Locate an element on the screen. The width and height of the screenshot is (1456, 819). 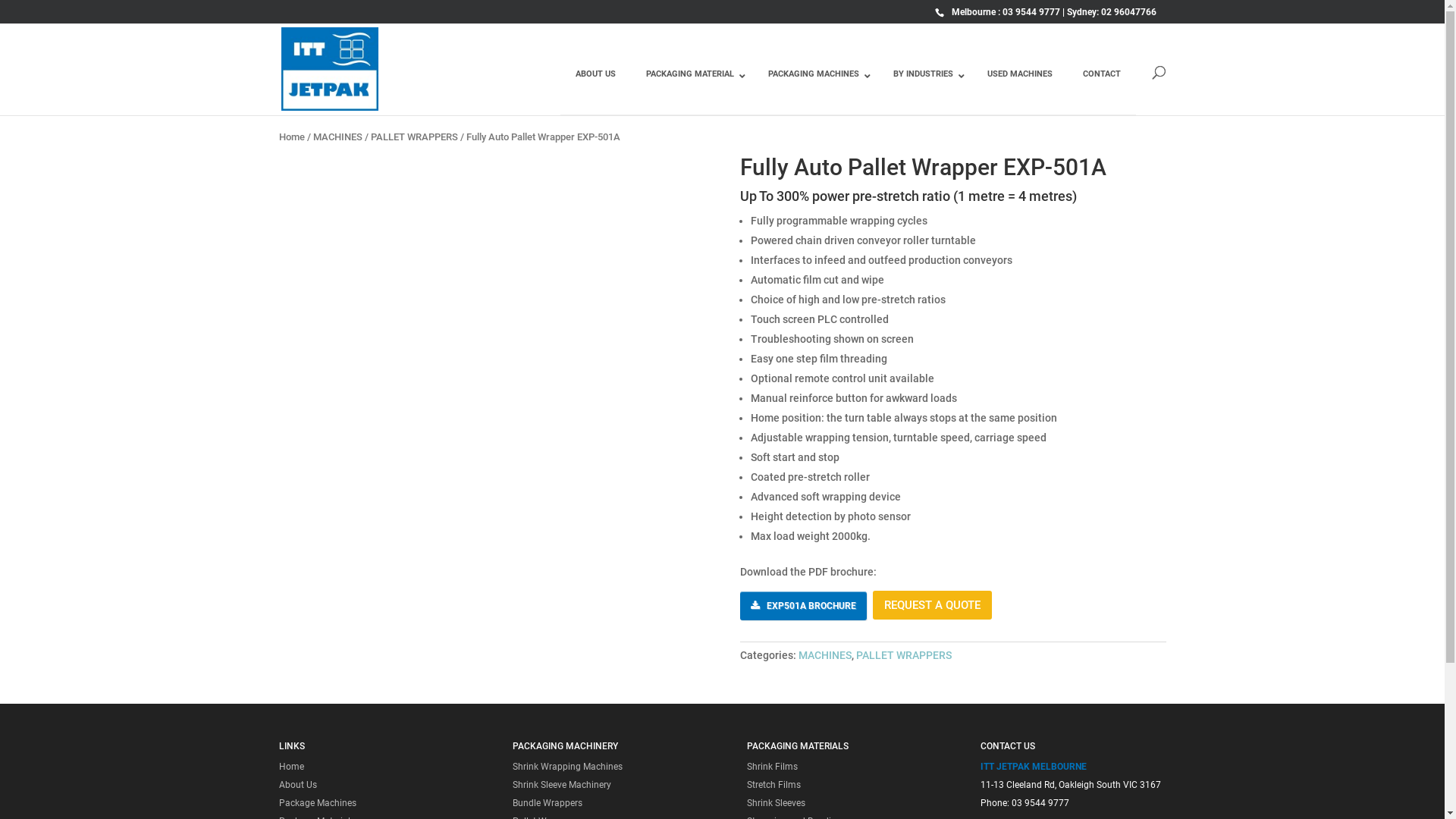
'USED MACHINES' is located at coordinates (971, 85).